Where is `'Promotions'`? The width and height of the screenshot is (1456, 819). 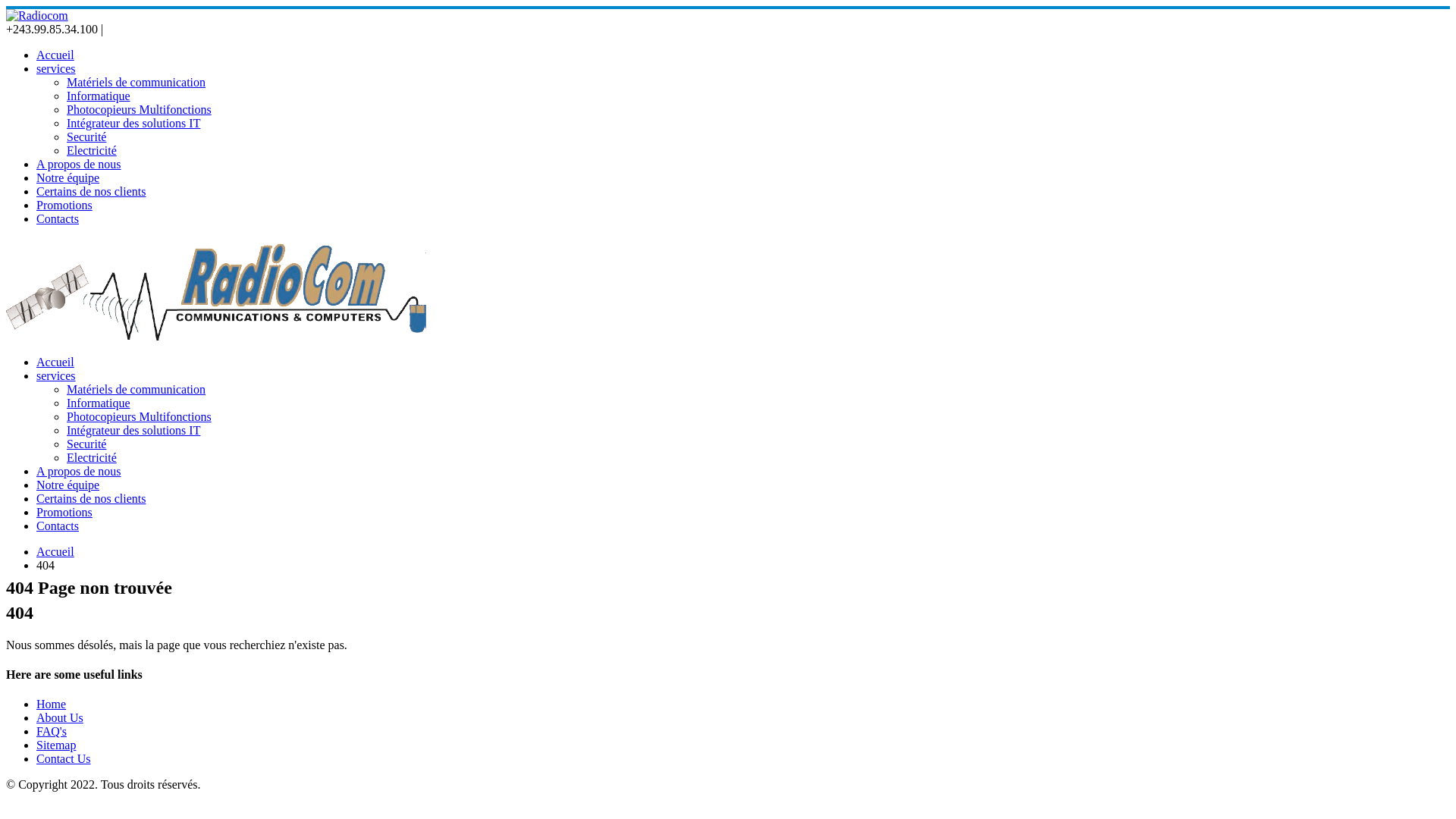 'Promotions' is located at coordinates (64, 205).